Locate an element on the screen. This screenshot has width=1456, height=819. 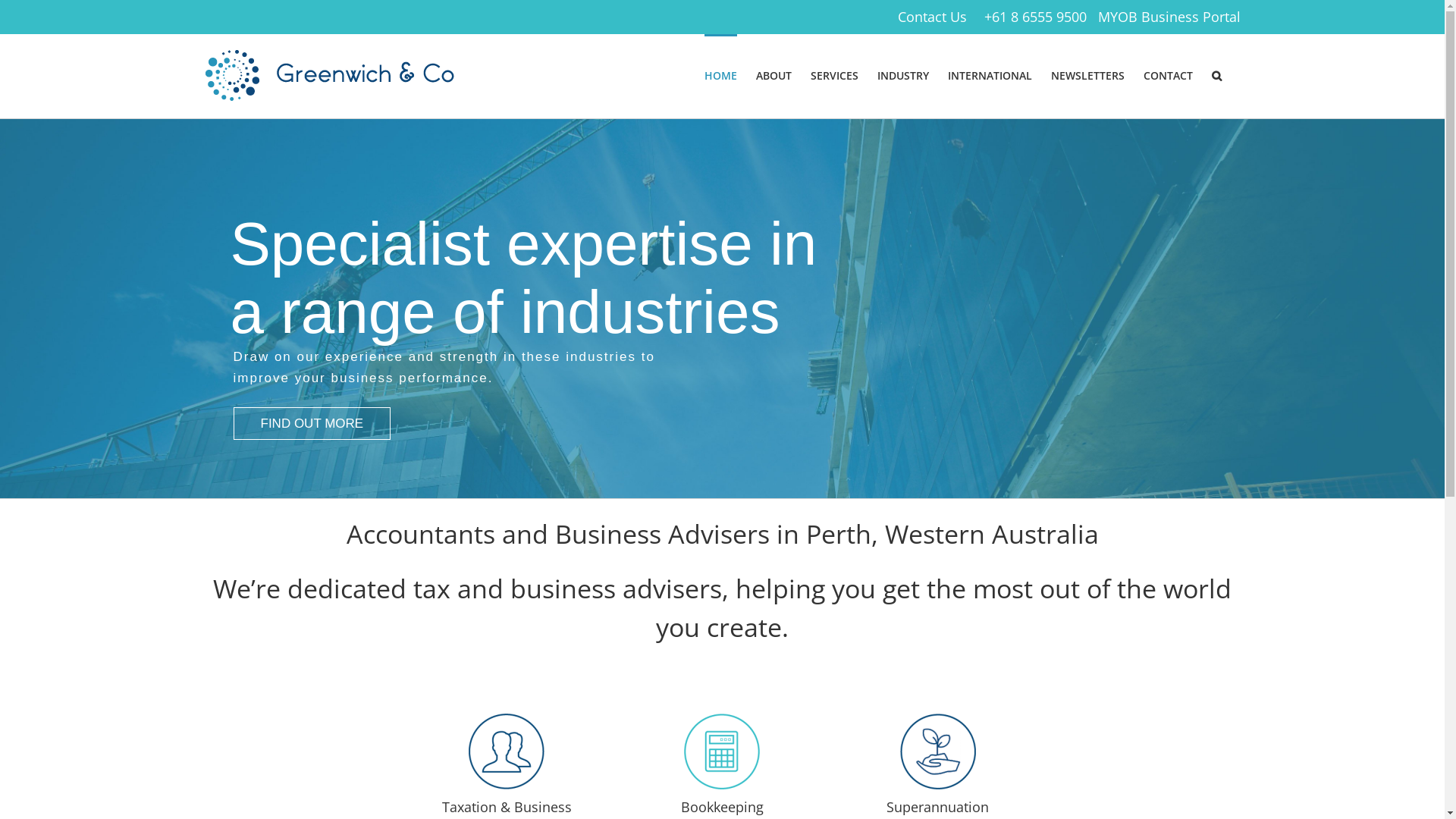
'MYOB Business Portal' is located at coordinates (1168, 17).